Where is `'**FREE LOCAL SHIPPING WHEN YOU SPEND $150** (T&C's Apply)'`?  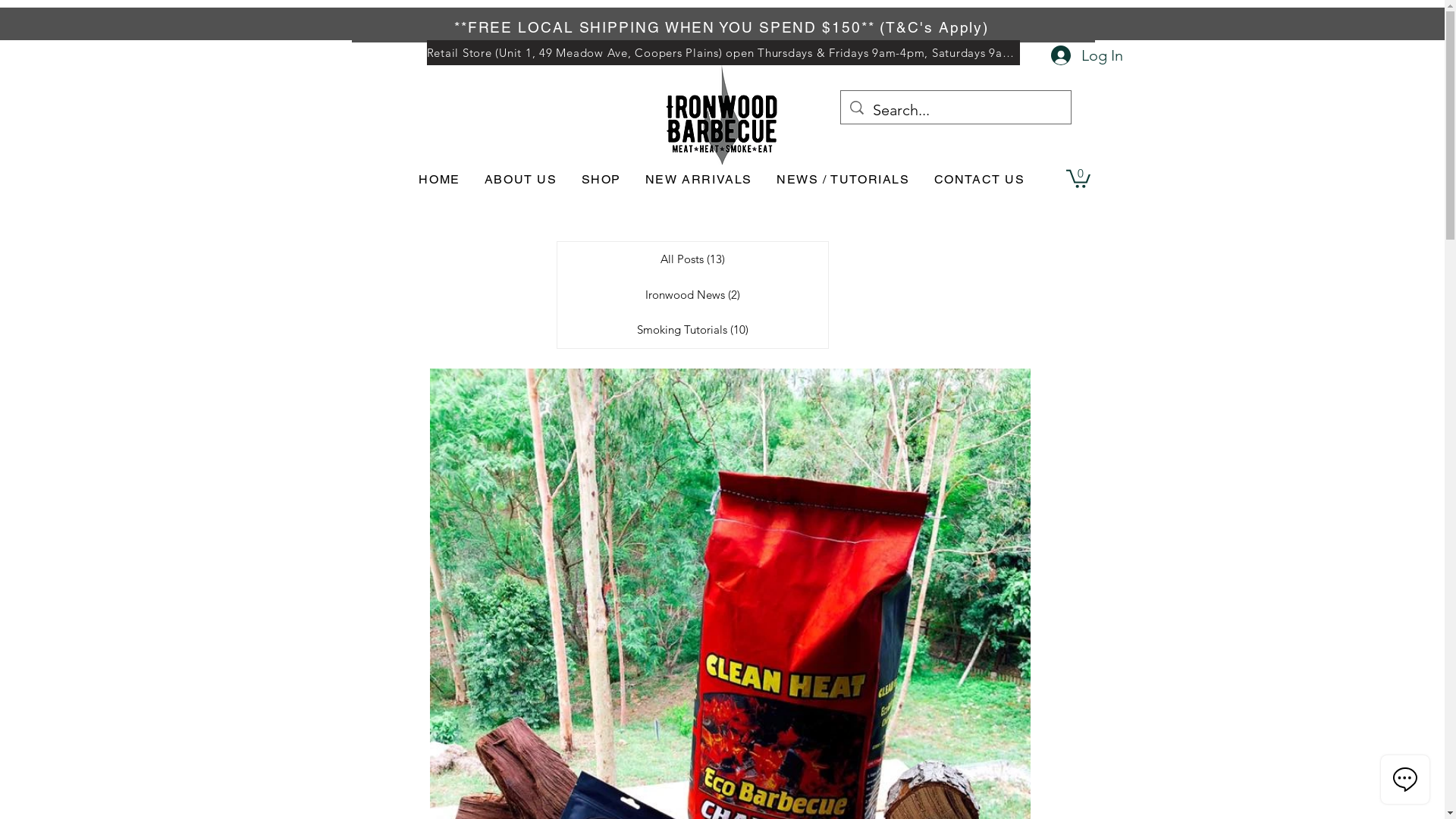
'**FREE LOCAL SHIPPING WHEN YOU SPEND $150** (T&C's Apply)' is located at coordinates (723, 27).